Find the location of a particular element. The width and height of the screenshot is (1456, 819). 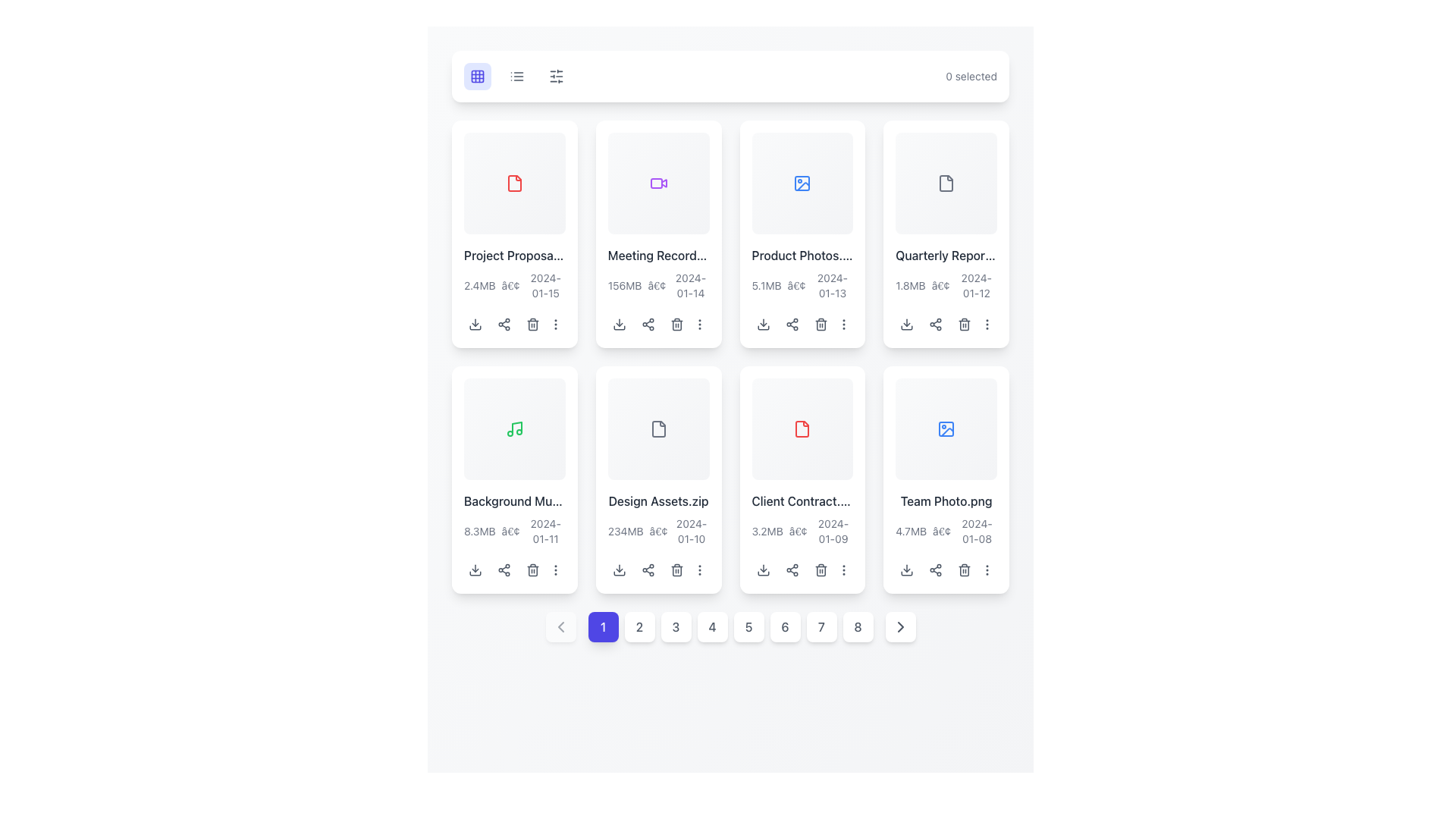

the delete button for the 'Quarterly Report' entry is located at coordinates (964, 323).